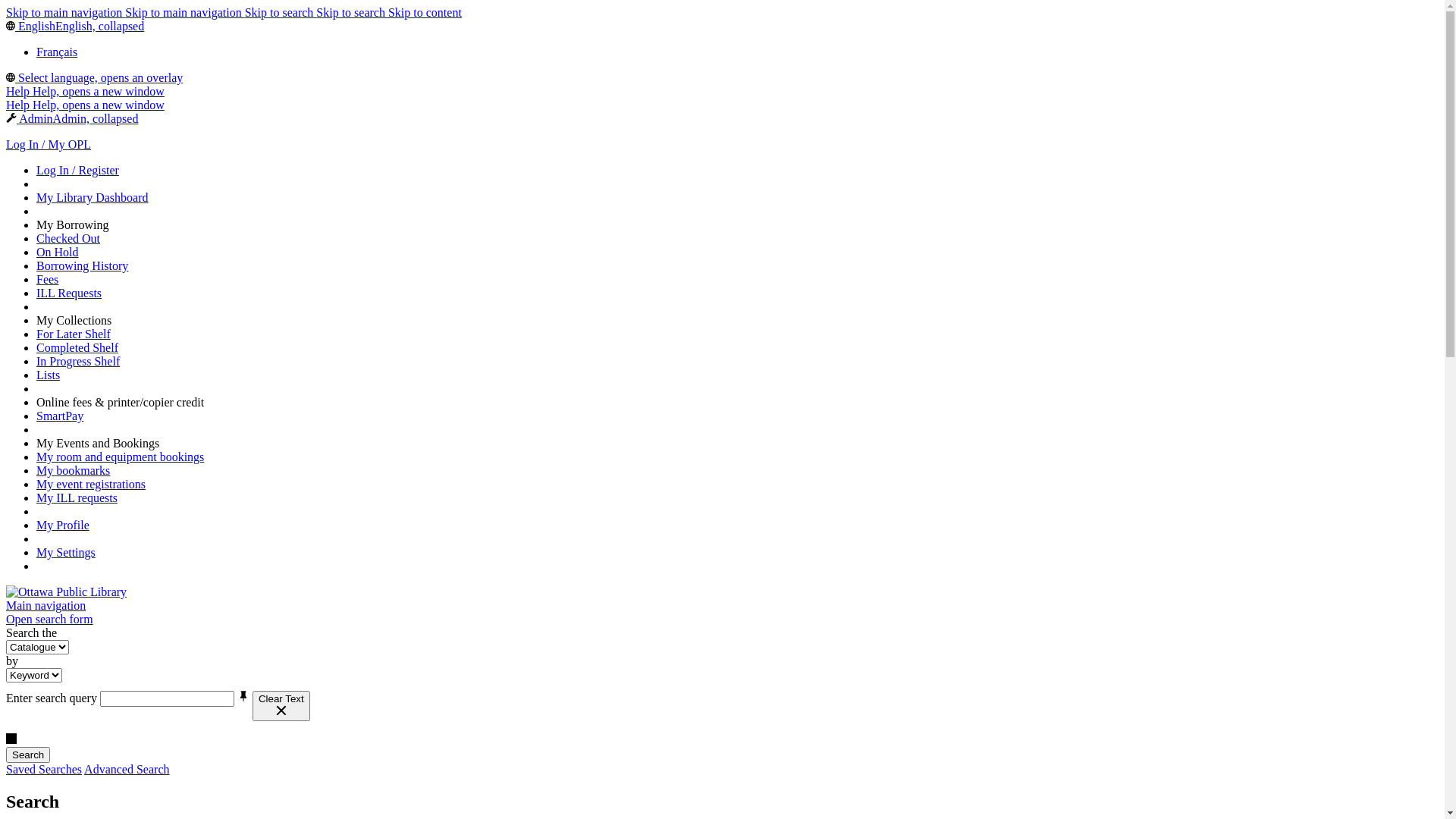 This screenshot has height=819, width=1456. Describe the element at coordinates (93, 77) in the screenshot. I see `'Select language, opens an overlay'` at that location.